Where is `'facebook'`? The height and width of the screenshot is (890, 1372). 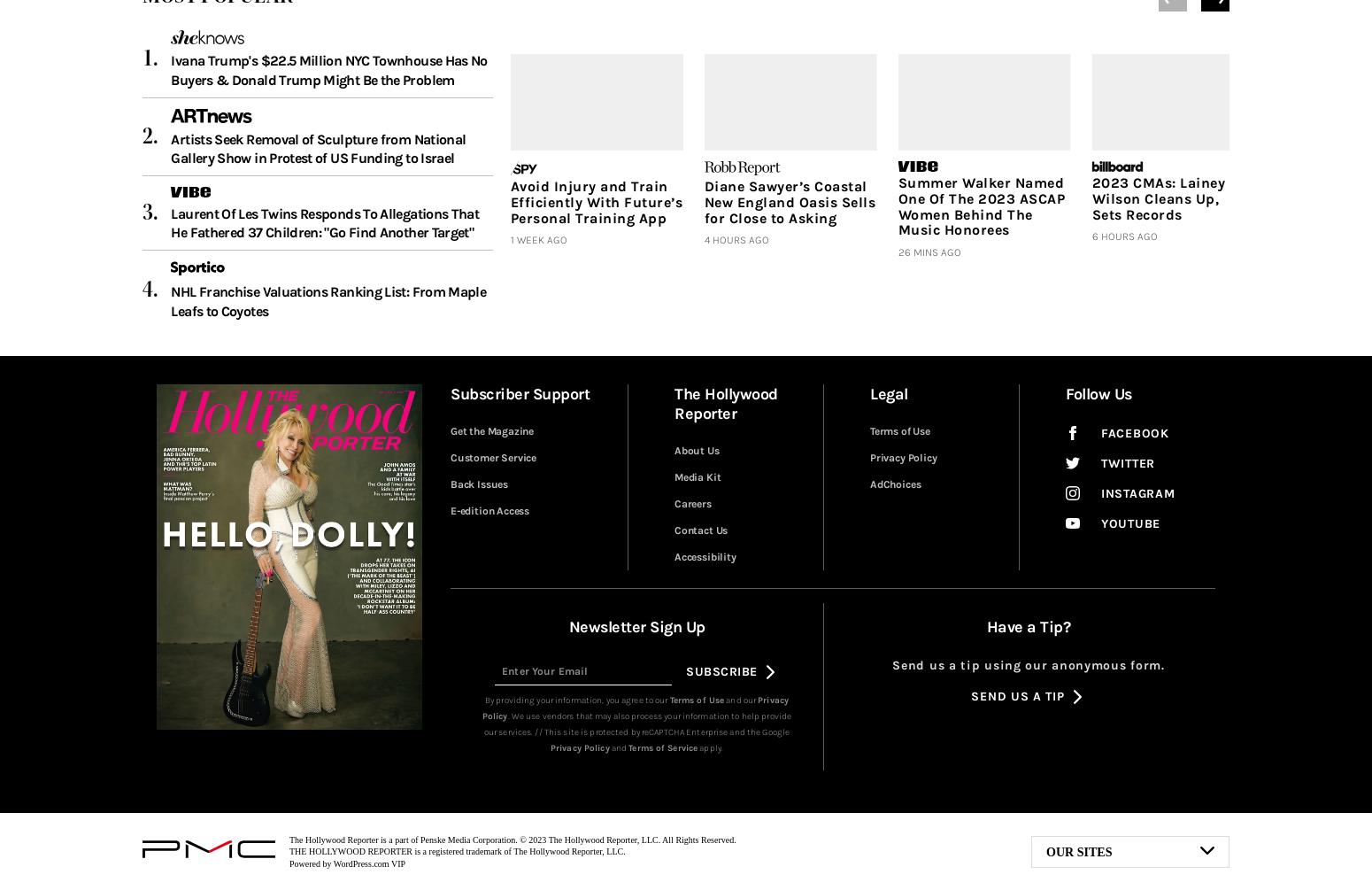
'facebook' is located at coordinates (1134, 432).